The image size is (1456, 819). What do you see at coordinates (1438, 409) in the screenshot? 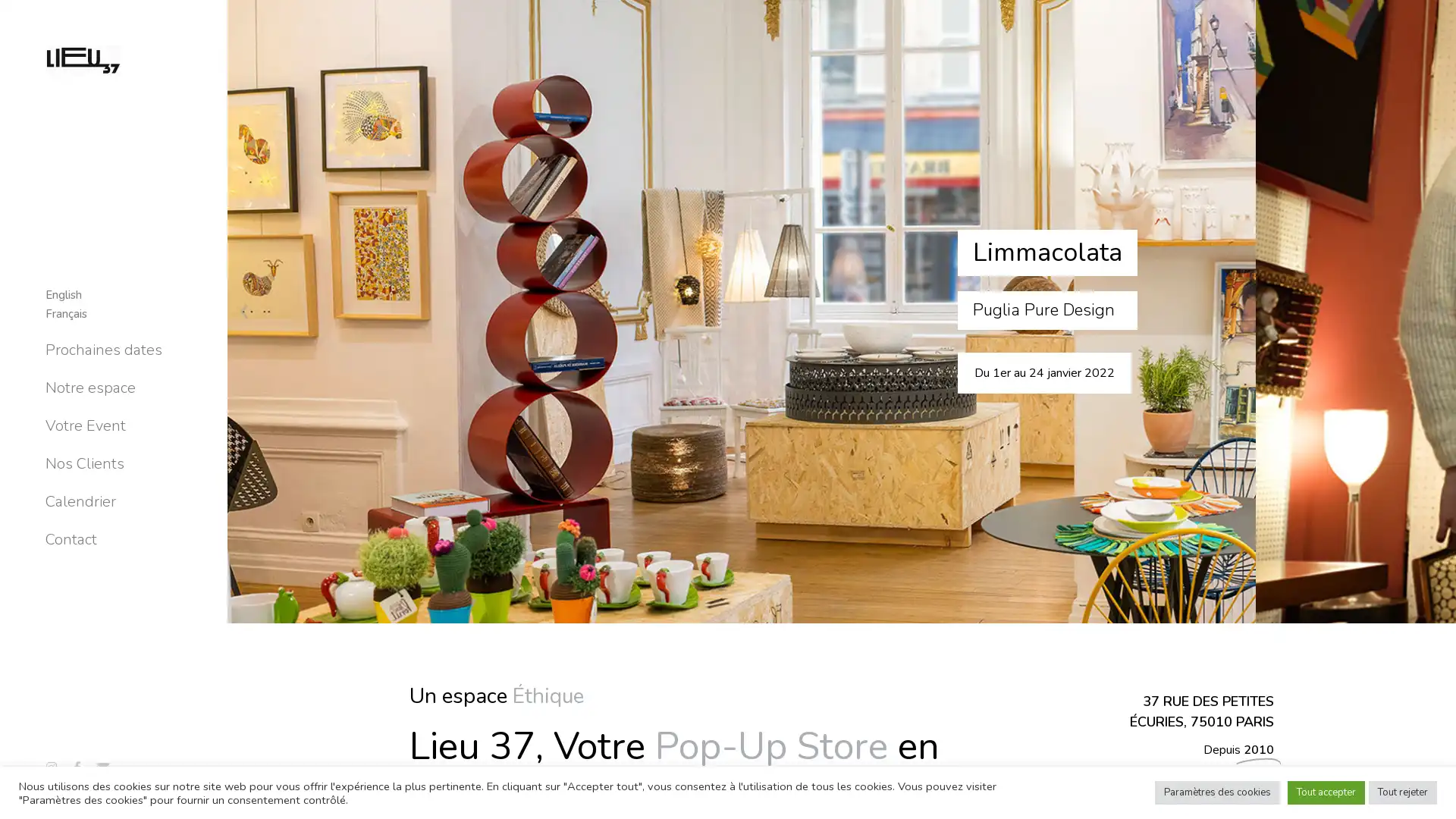
I see `Next slide` at bounding box center [1438, 409].